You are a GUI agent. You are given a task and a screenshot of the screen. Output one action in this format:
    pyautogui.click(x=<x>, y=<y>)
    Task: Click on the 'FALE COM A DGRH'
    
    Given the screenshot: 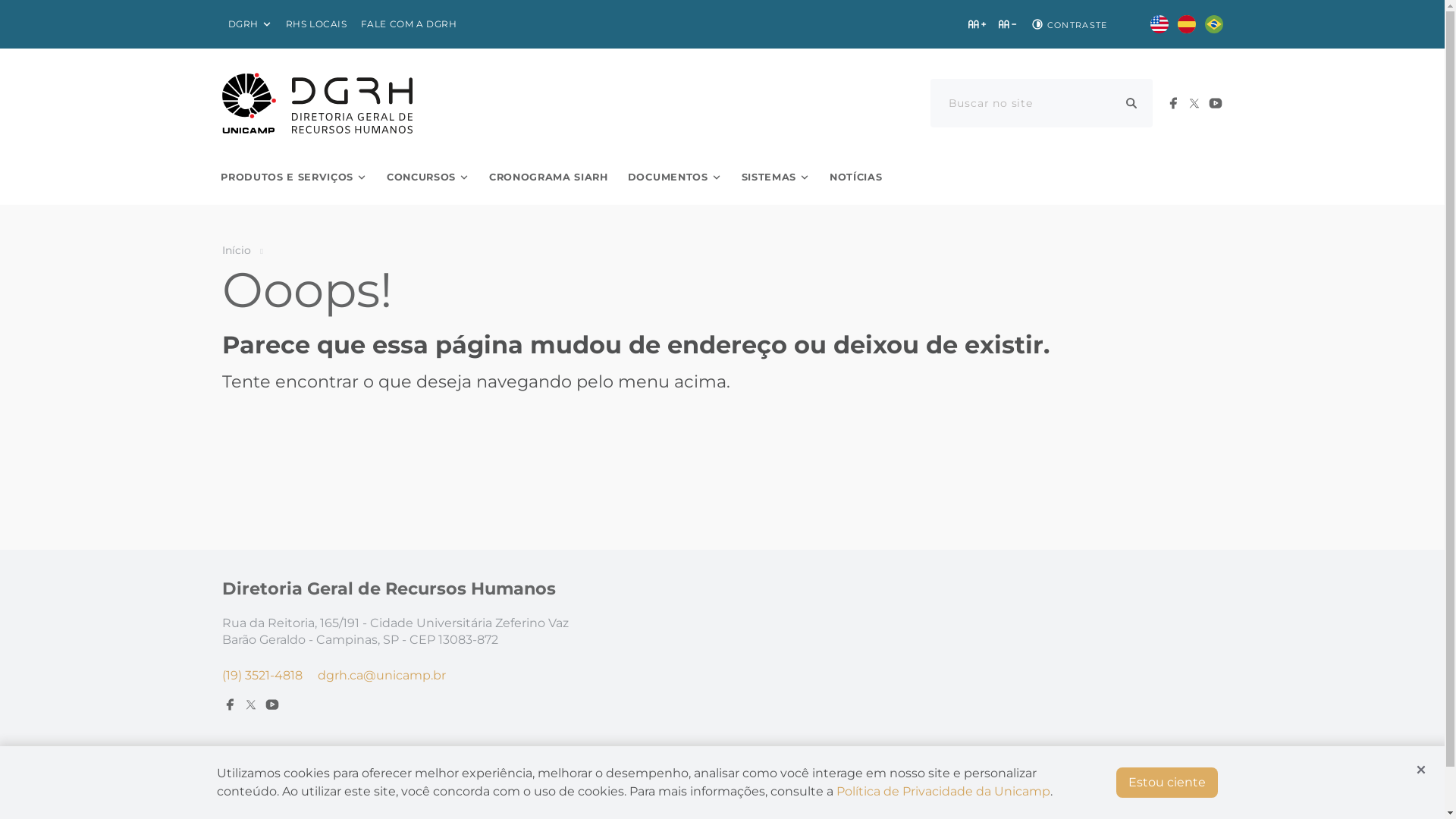 What is the action you would take?
    pyautogui.click(x=409, y=24)
    